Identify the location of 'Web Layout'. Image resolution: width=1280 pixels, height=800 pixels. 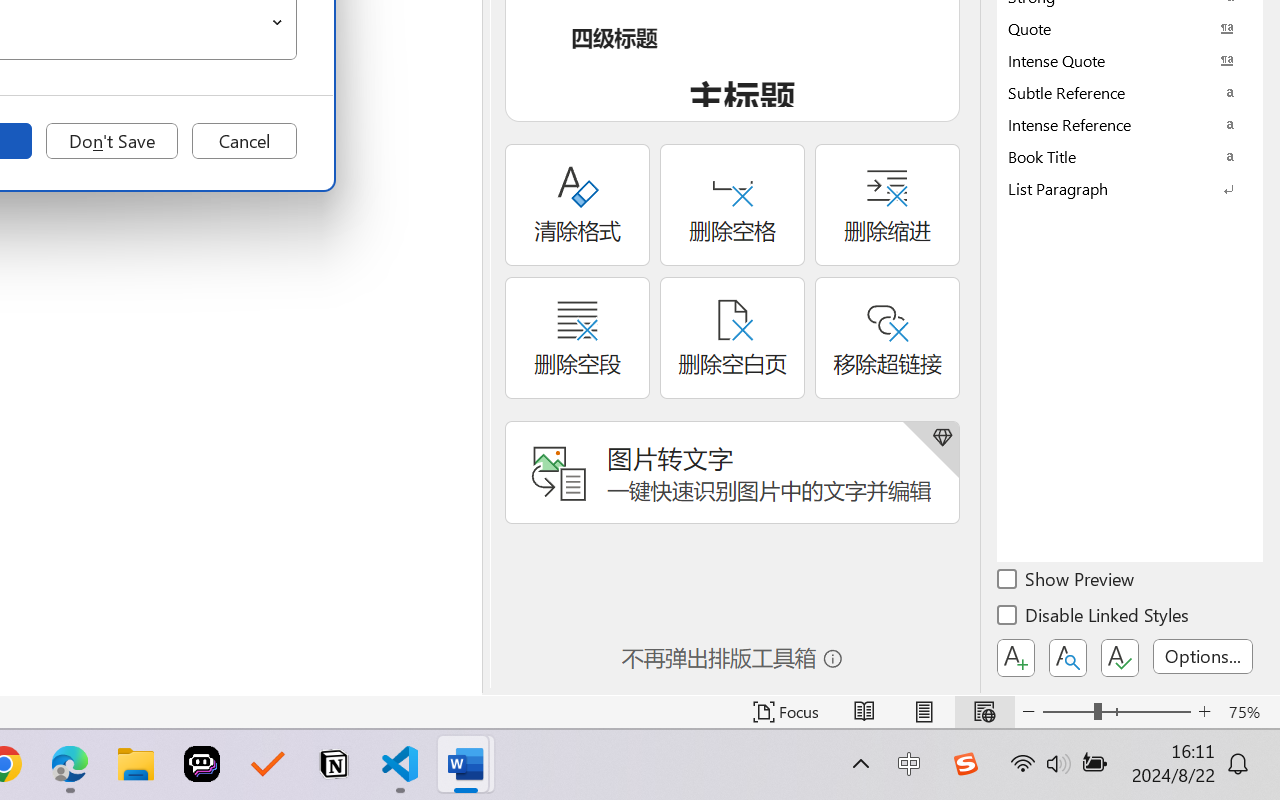
(984, 711).